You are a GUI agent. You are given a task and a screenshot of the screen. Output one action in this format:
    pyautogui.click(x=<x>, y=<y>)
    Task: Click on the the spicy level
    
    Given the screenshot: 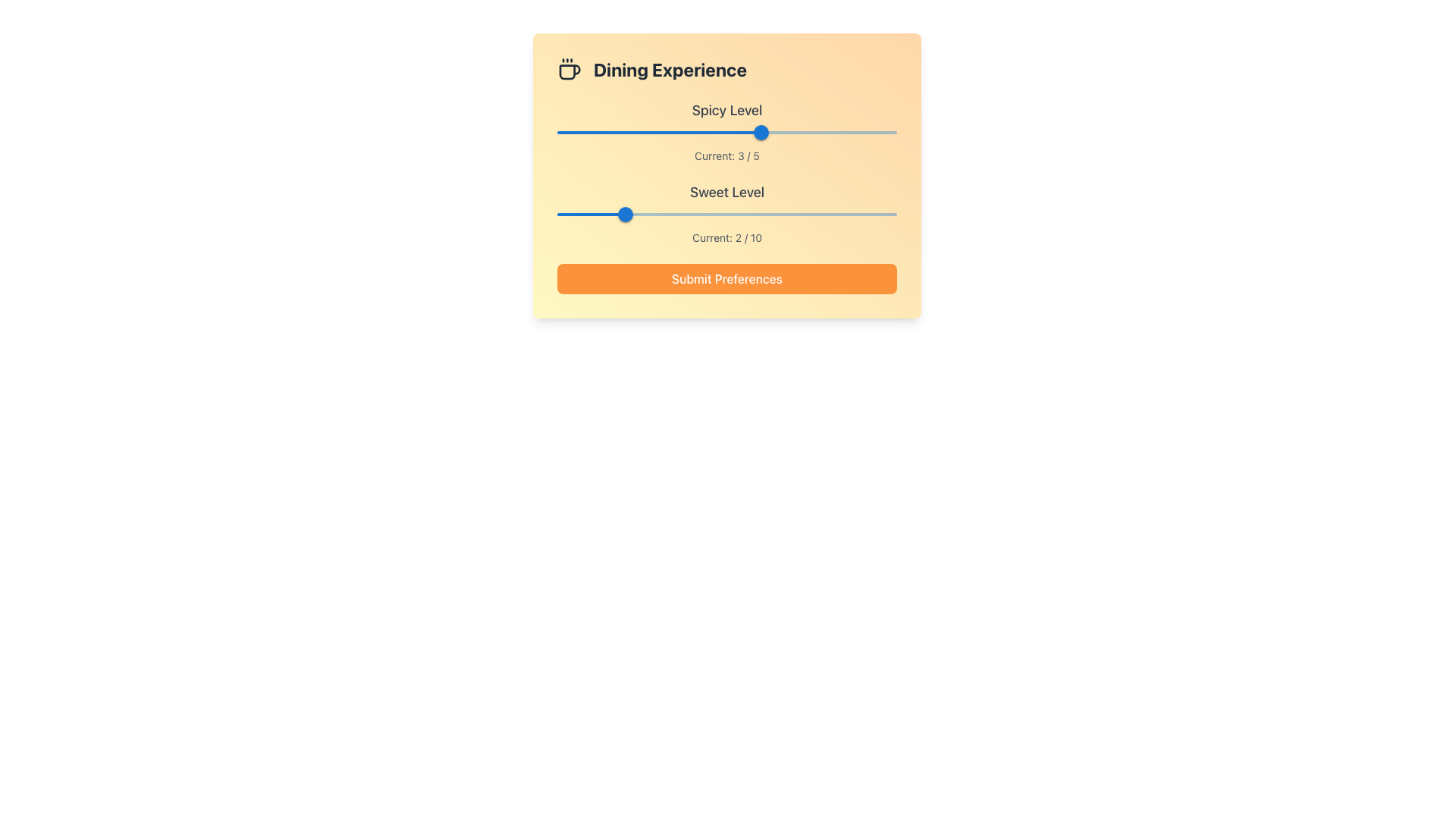 What is the action you would take?
    pyautogui.click(x=726, y=131)
    